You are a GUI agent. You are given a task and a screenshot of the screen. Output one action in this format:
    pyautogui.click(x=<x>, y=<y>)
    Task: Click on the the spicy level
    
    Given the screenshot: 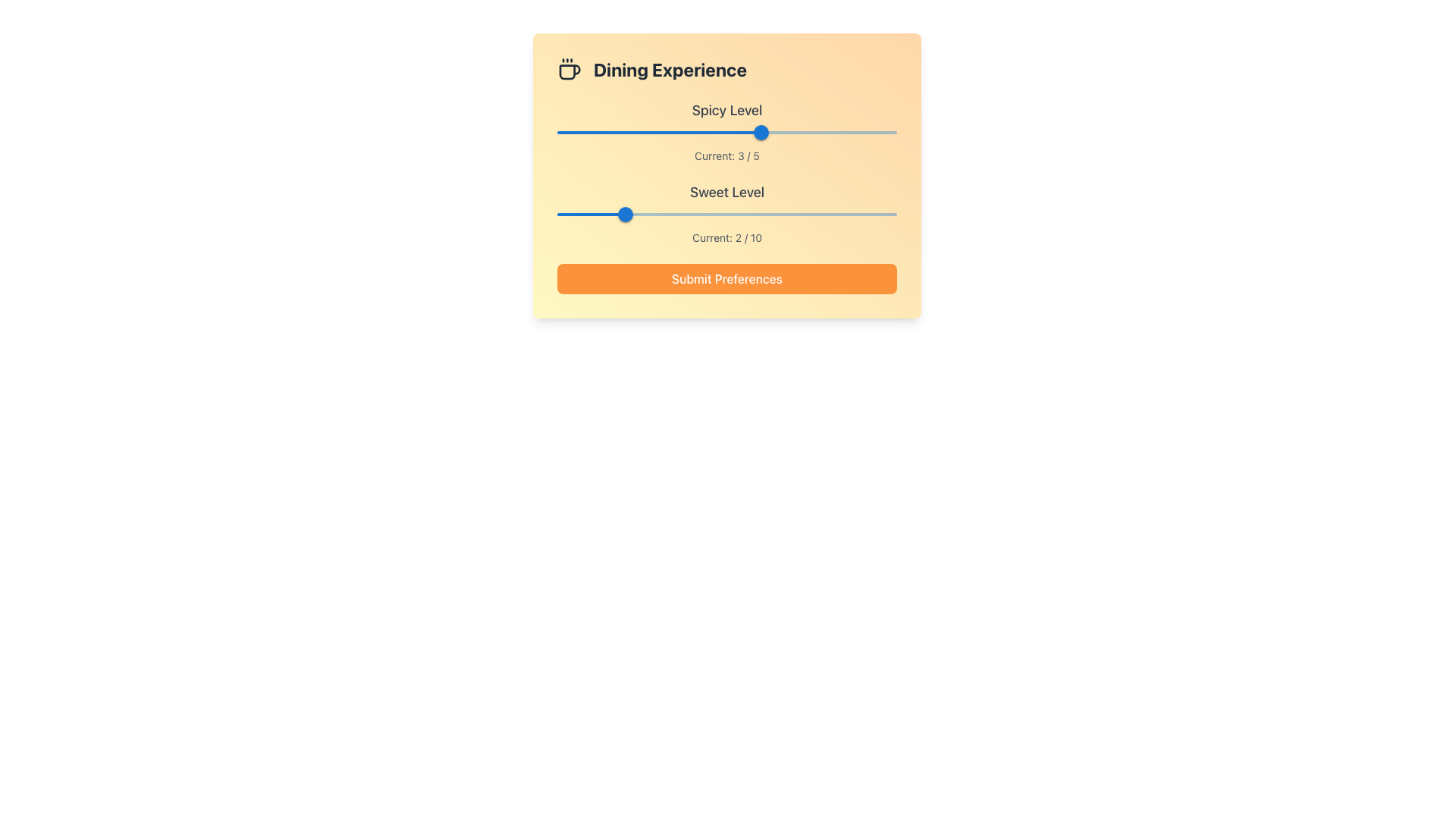 What is the action you would take?
    pyautogui.click(x=726, y=131)
    